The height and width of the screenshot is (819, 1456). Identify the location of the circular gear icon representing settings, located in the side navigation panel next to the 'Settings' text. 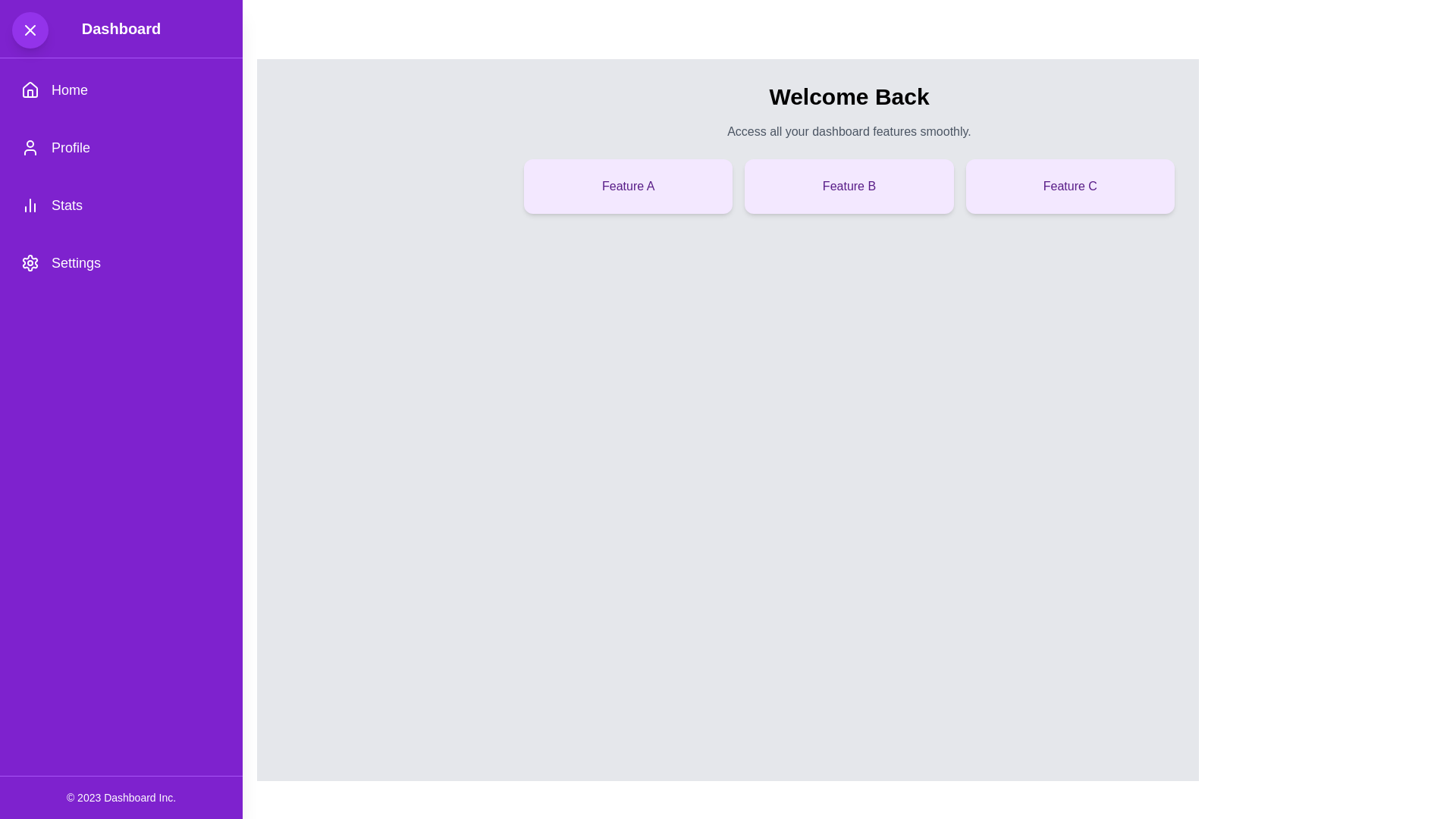
(30, 262).